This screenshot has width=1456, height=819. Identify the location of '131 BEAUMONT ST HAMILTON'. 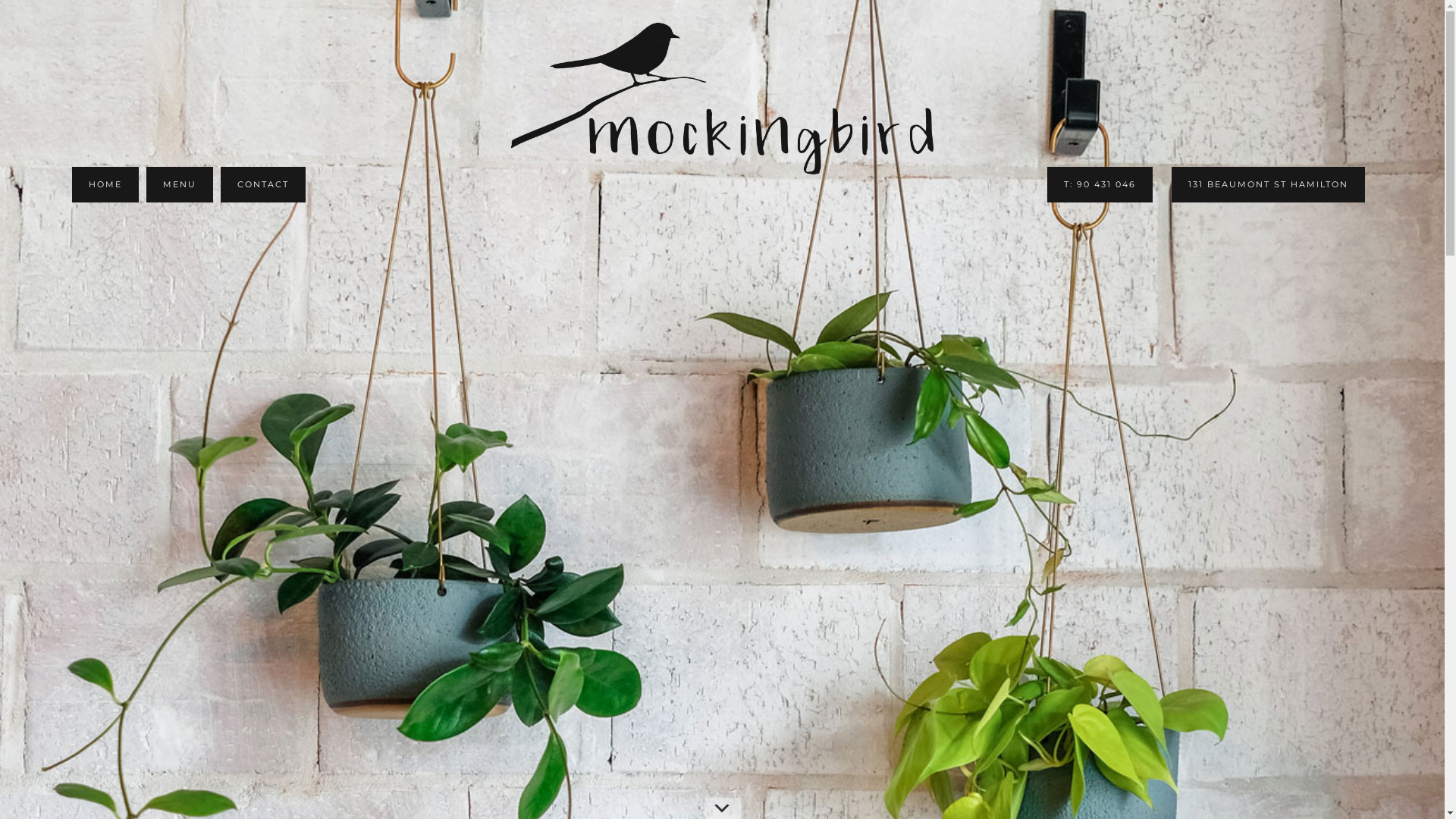
(1268, 184).